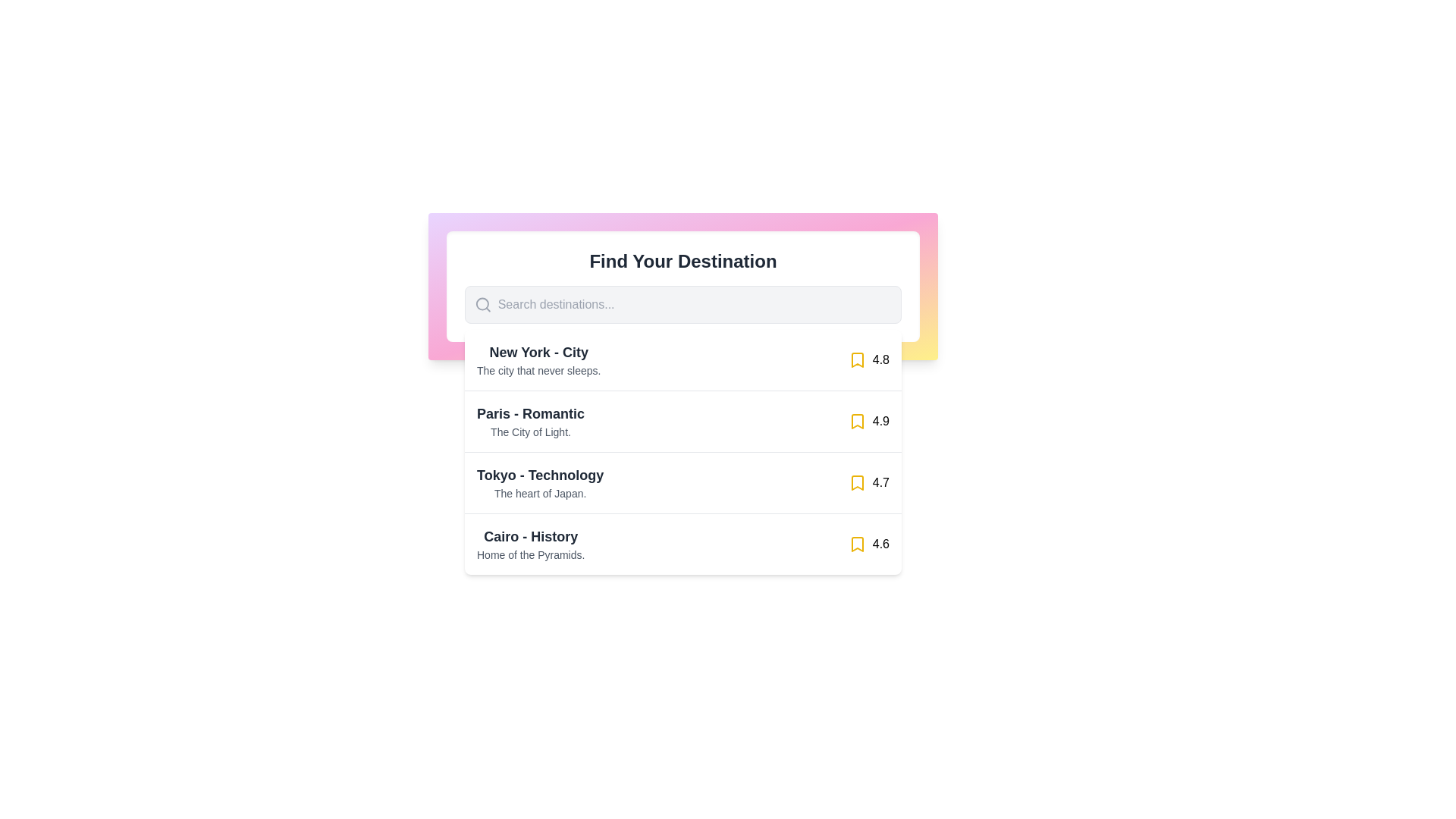 The image size is (1456, 819). What do you see at coordinates (540, 482) in the screenshot?
I see `the surrounding areas of the text block displaying 'Tokyo - Technology' and its subtitle 'The heart of Japan.' if it is interactive` at bounding box center [540, 482].